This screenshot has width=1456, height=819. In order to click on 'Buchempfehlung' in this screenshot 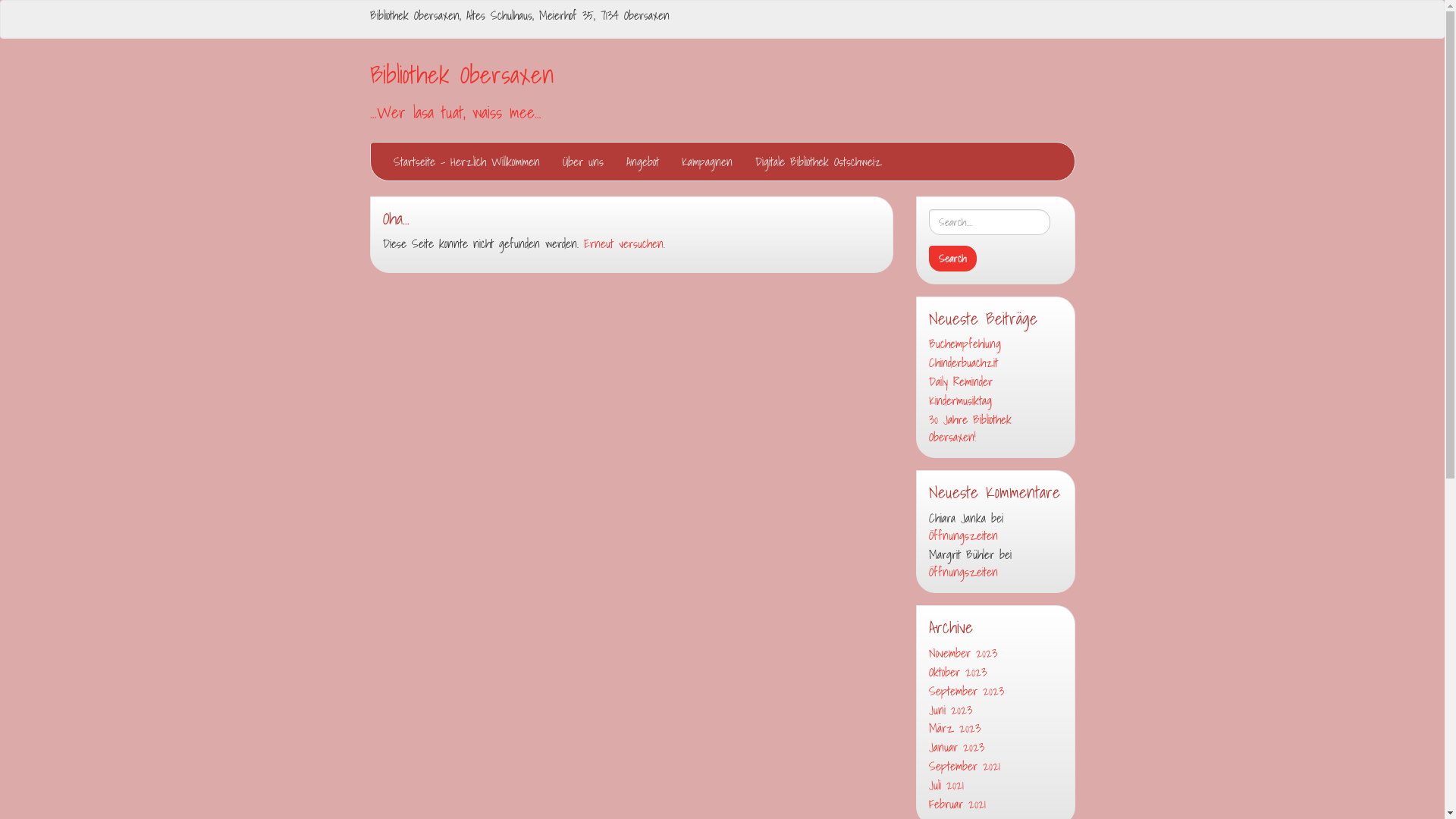, I will do `click(994, 344)`.